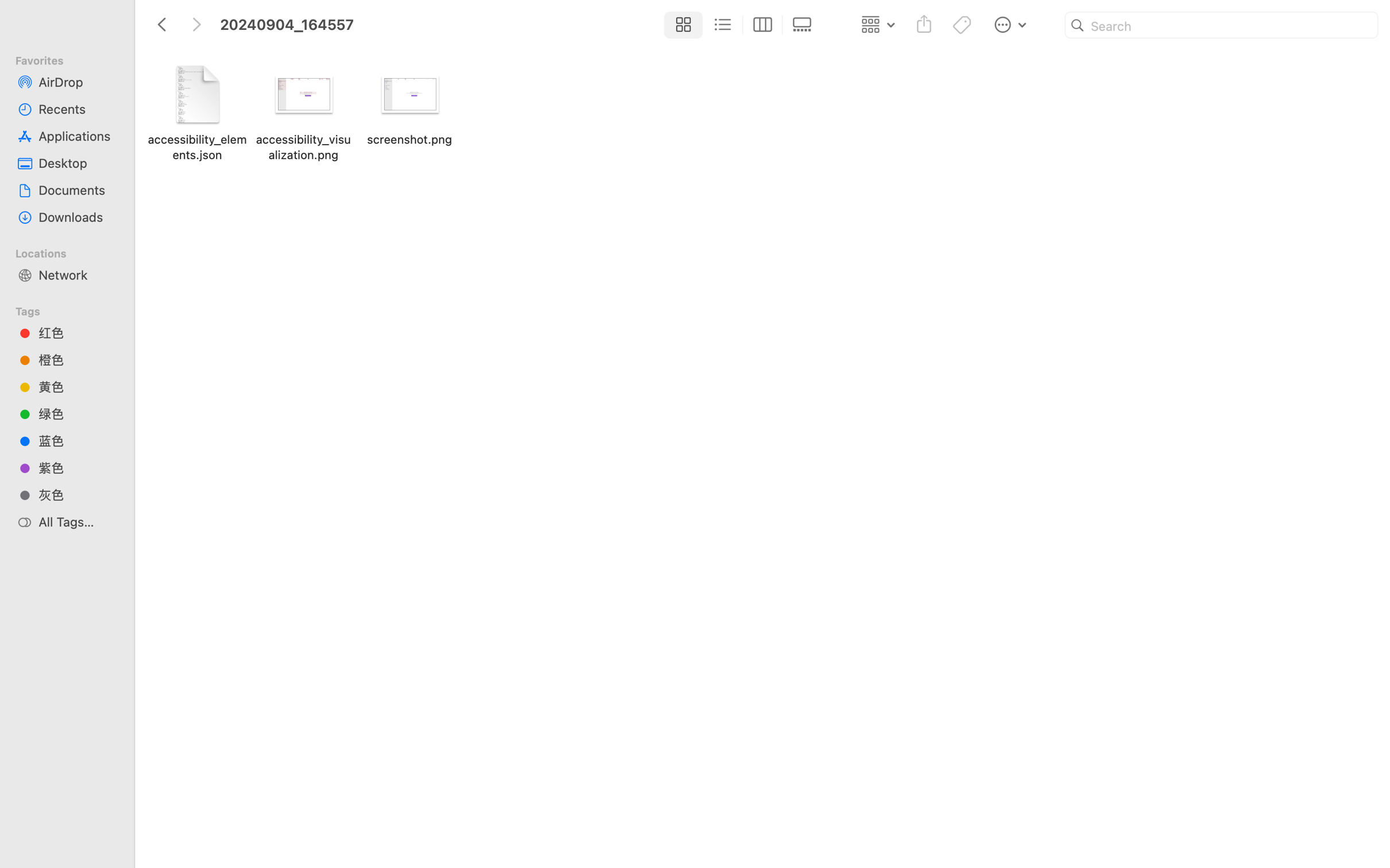  What do you see at coordinates (77, 440) in the screenshot?
I see `'蓝色'` at bounding box center [77, 440].